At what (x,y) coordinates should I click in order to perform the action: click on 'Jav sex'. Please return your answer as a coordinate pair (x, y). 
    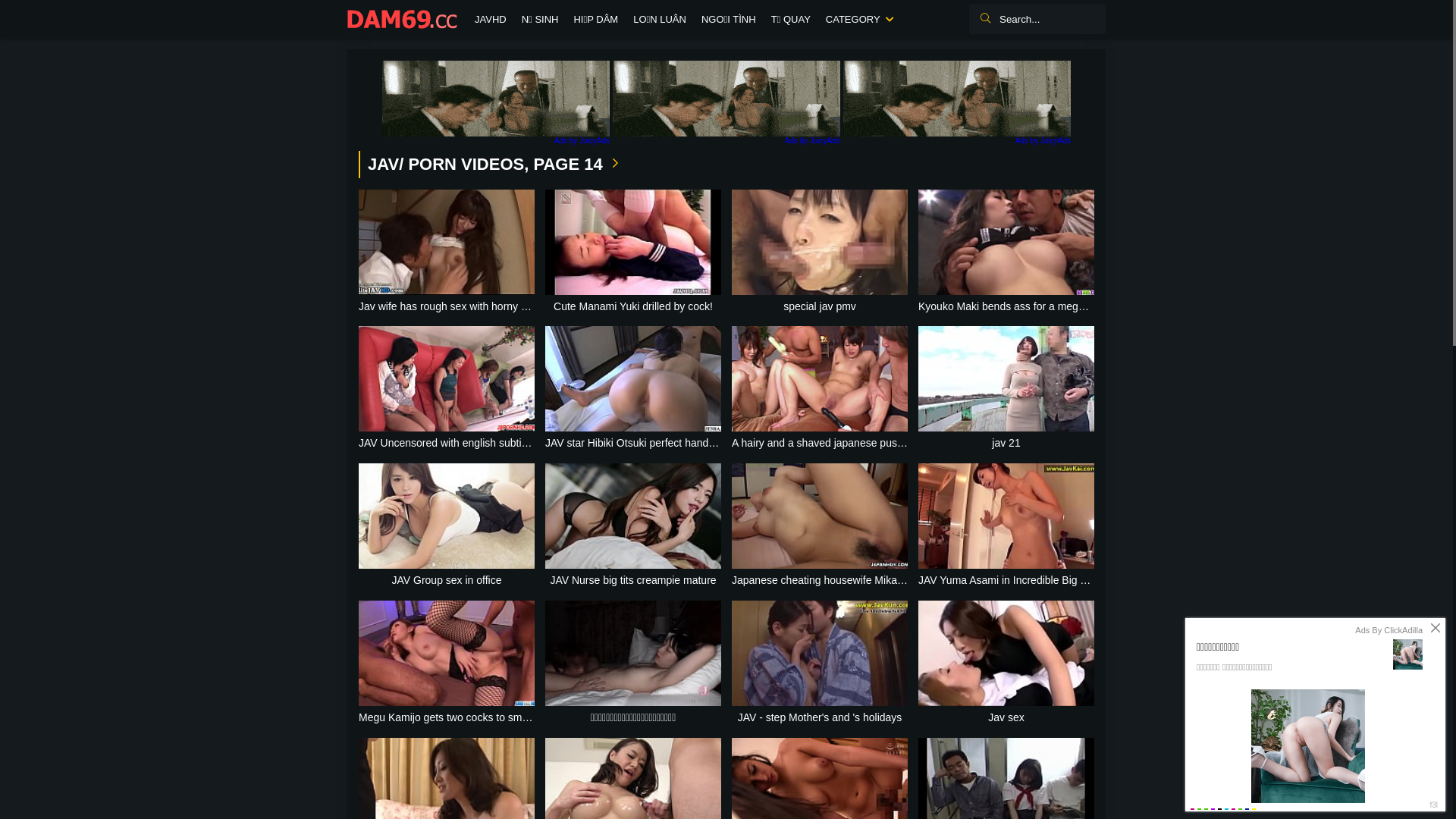
    Looking at the image, I should click on (1006, 663).